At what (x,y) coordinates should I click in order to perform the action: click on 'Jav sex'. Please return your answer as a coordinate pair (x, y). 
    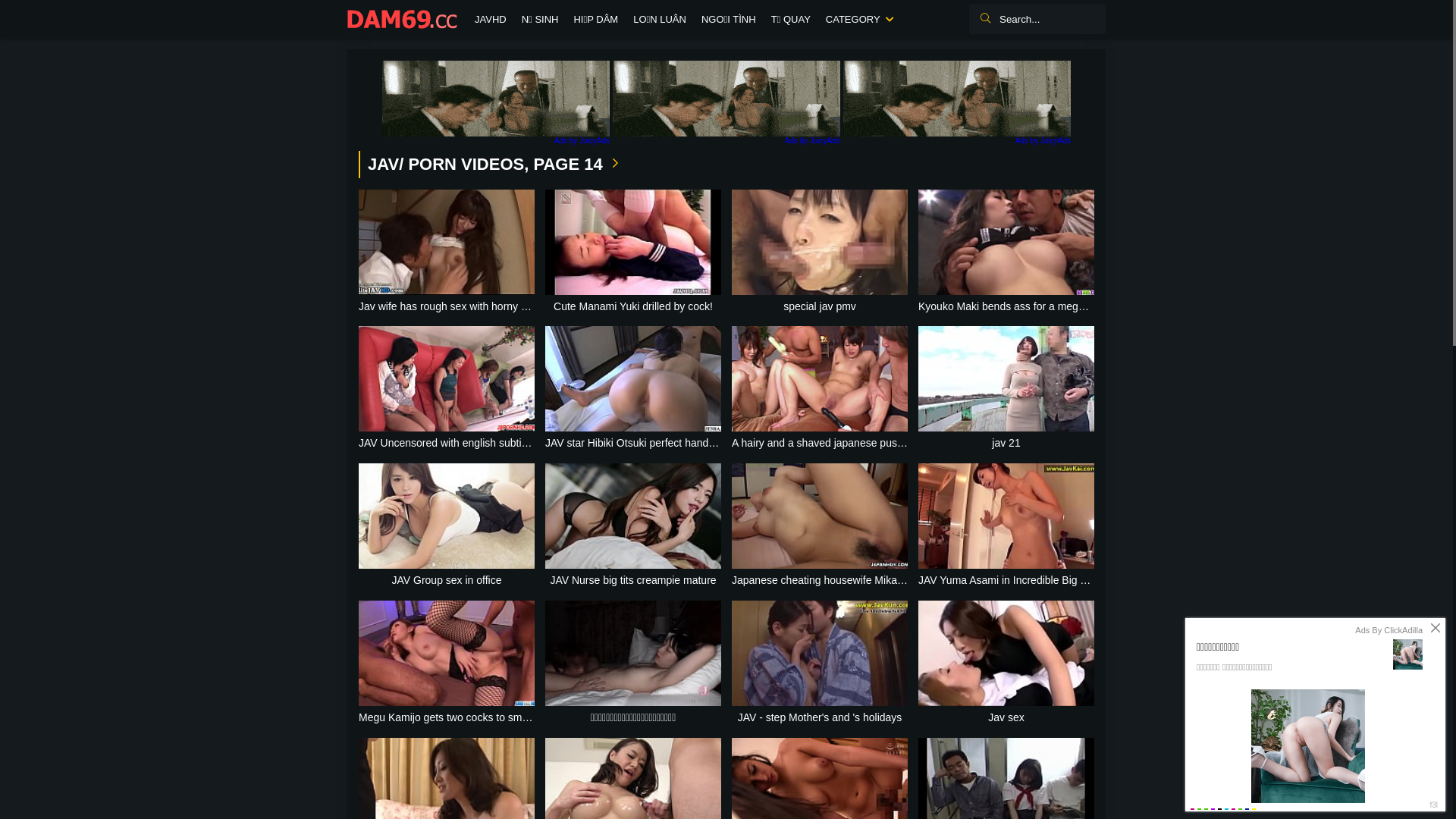
    Looking at the image, I should click on (1006, 663).